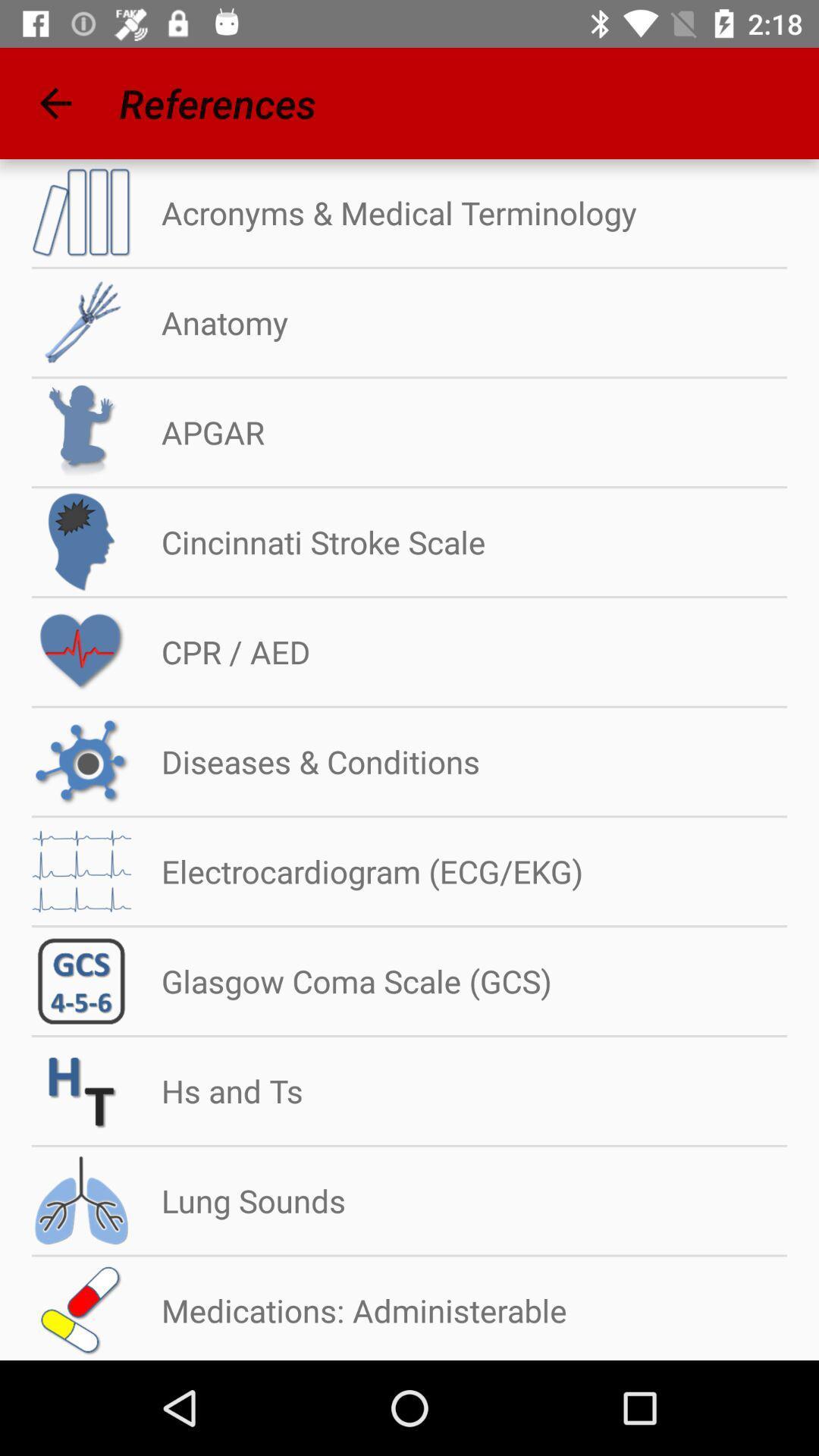 The height and width of the screenshot is (1456, 819). I want to click on cincinnati stroke scale, so click(307, 542).